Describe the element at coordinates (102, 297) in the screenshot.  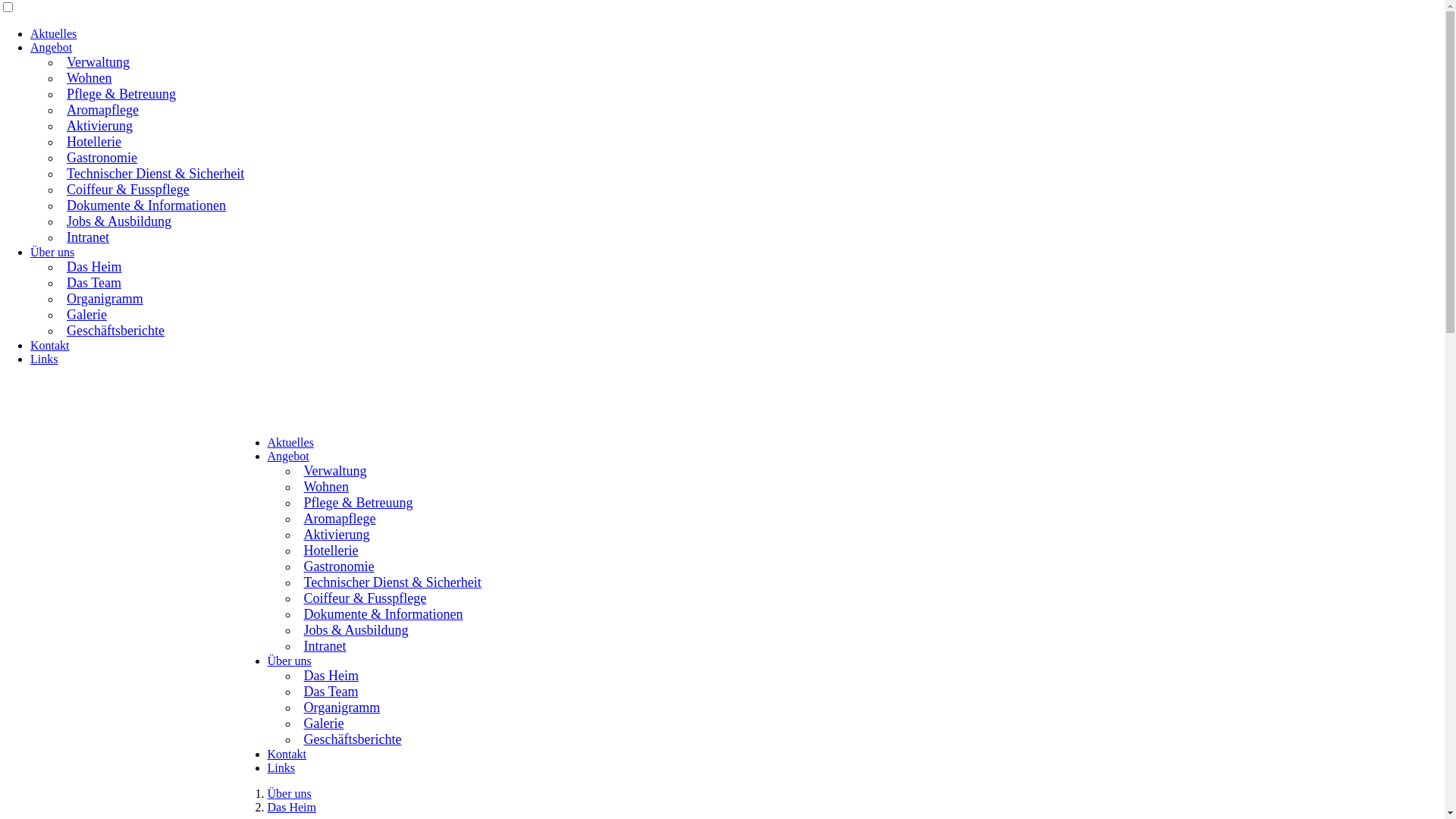
I see `'Organigramm'` at that location.